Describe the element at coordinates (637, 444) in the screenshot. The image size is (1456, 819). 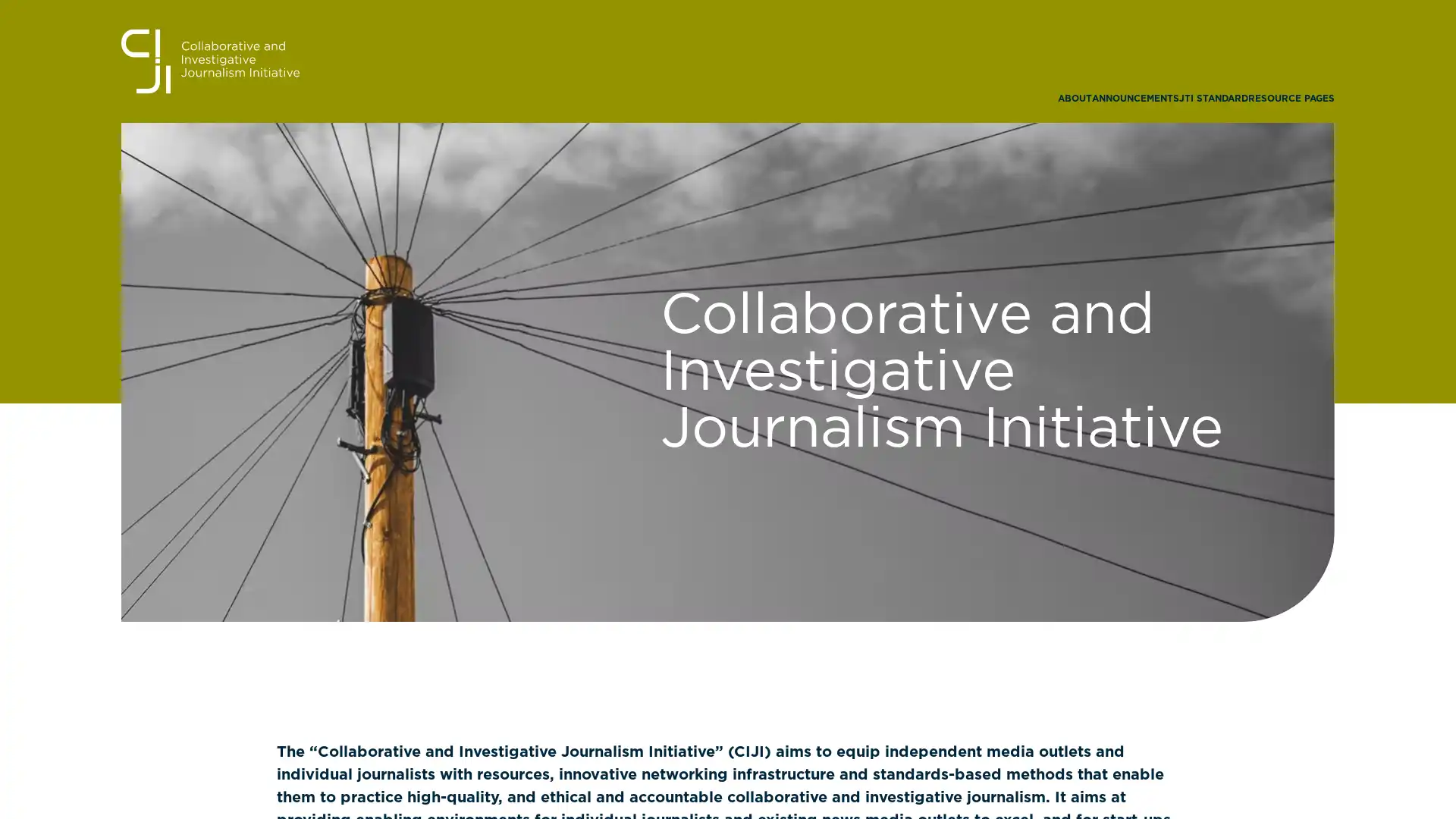
I see `more` at that location.